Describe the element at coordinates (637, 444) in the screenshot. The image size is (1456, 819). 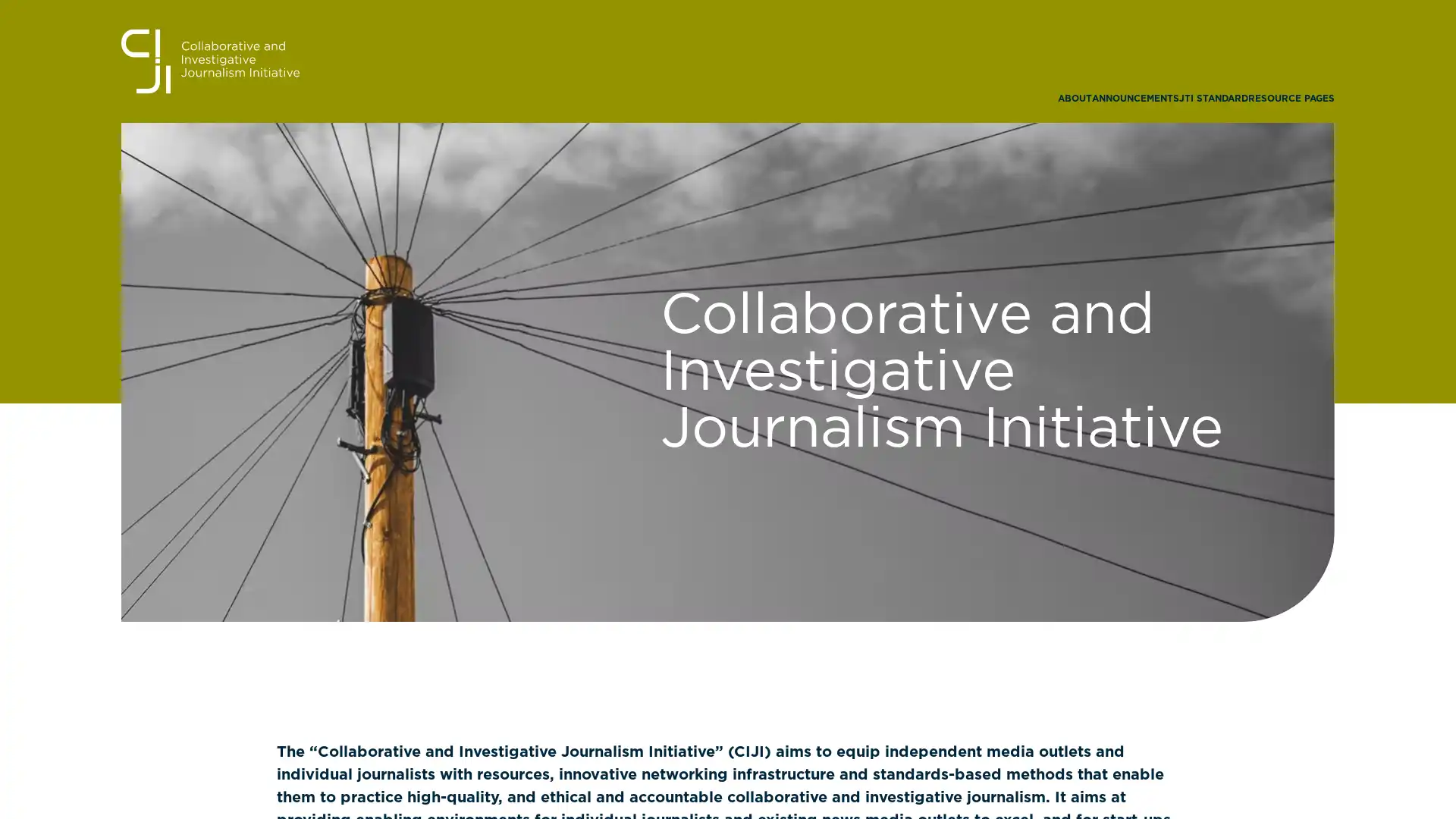
I see `more` at that location.